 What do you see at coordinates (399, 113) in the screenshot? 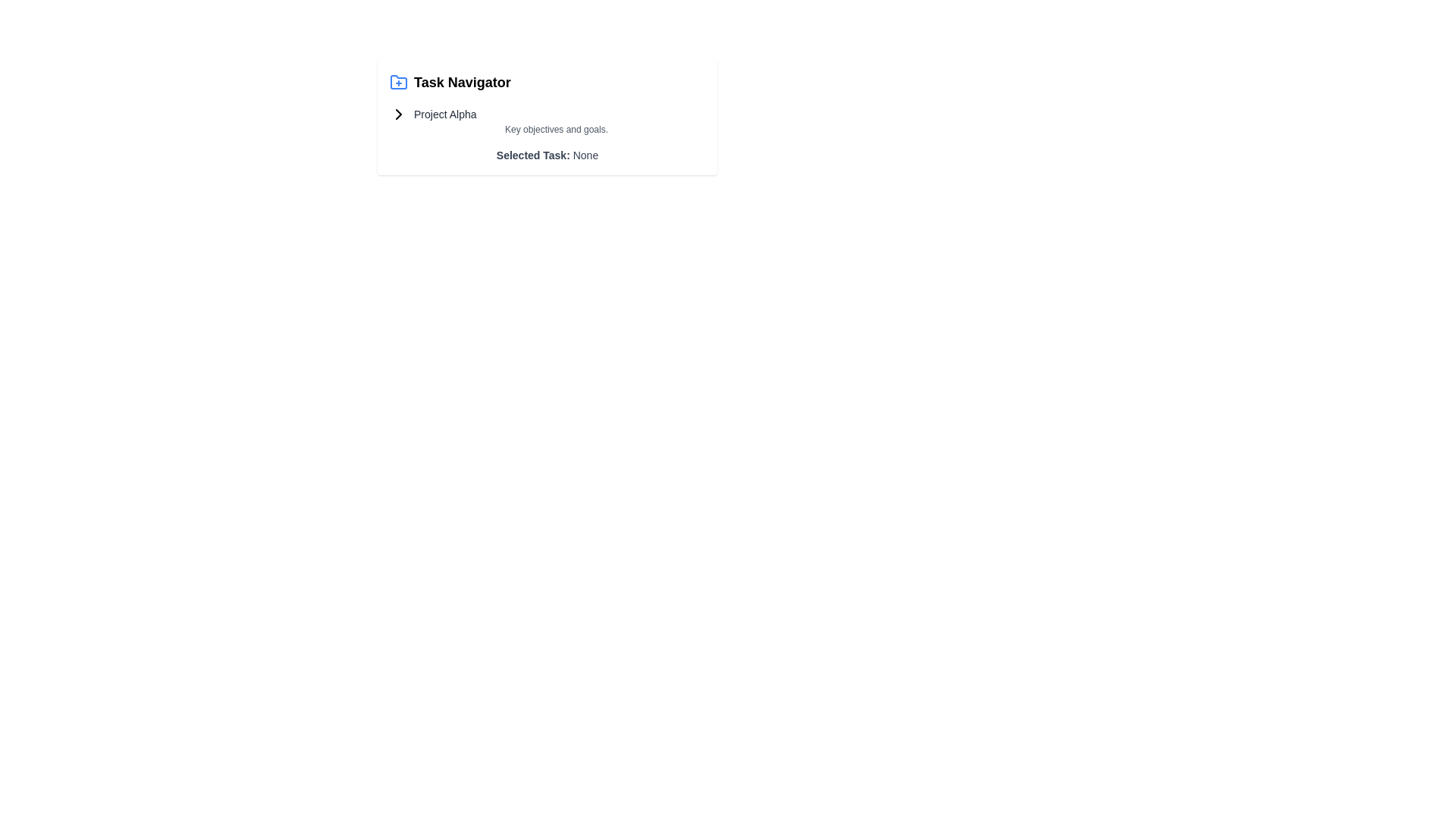
I see `the right-facing chevron icon located to the left of the 'Project Alpha' text label` at bounding box center [399, 113].